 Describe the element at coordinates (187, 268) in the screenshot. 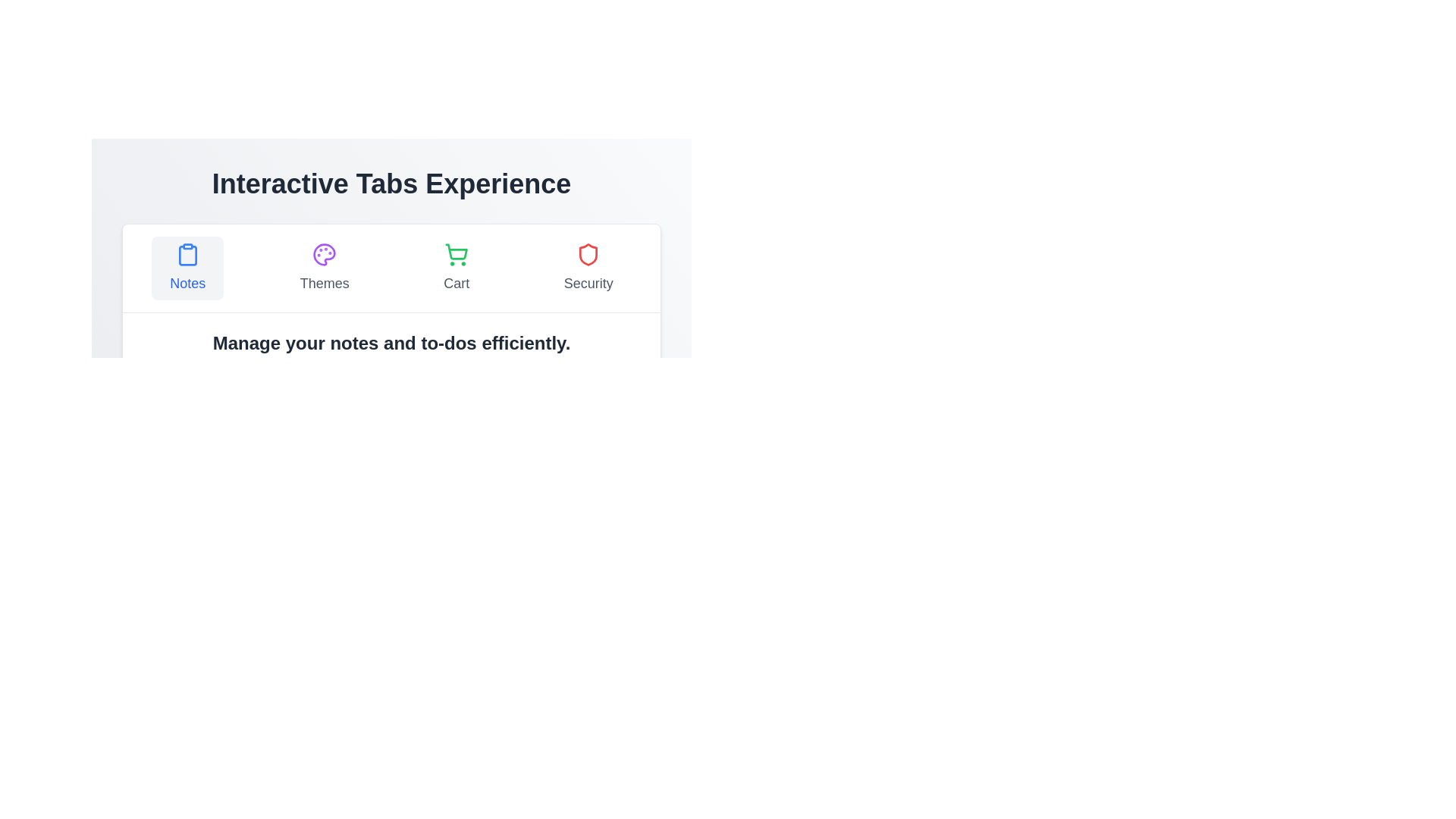

I see `the tab labeled Notes to switch views` at that location.